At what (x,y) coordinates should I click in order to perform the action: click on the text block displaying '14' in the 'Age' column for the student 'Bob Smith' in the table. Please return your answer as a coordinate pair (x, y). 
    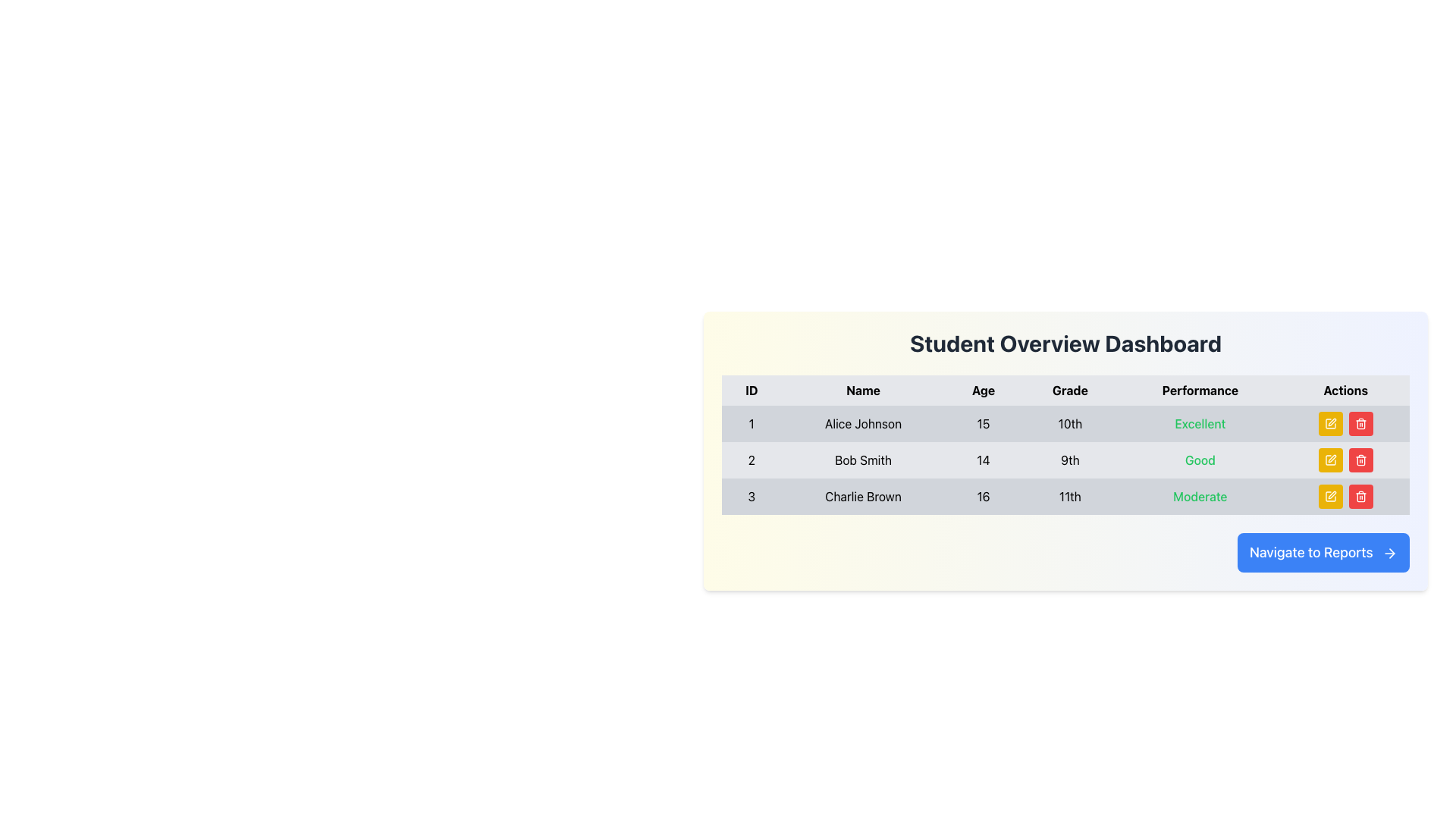
    Looking at the image, I should click on (983, 459).